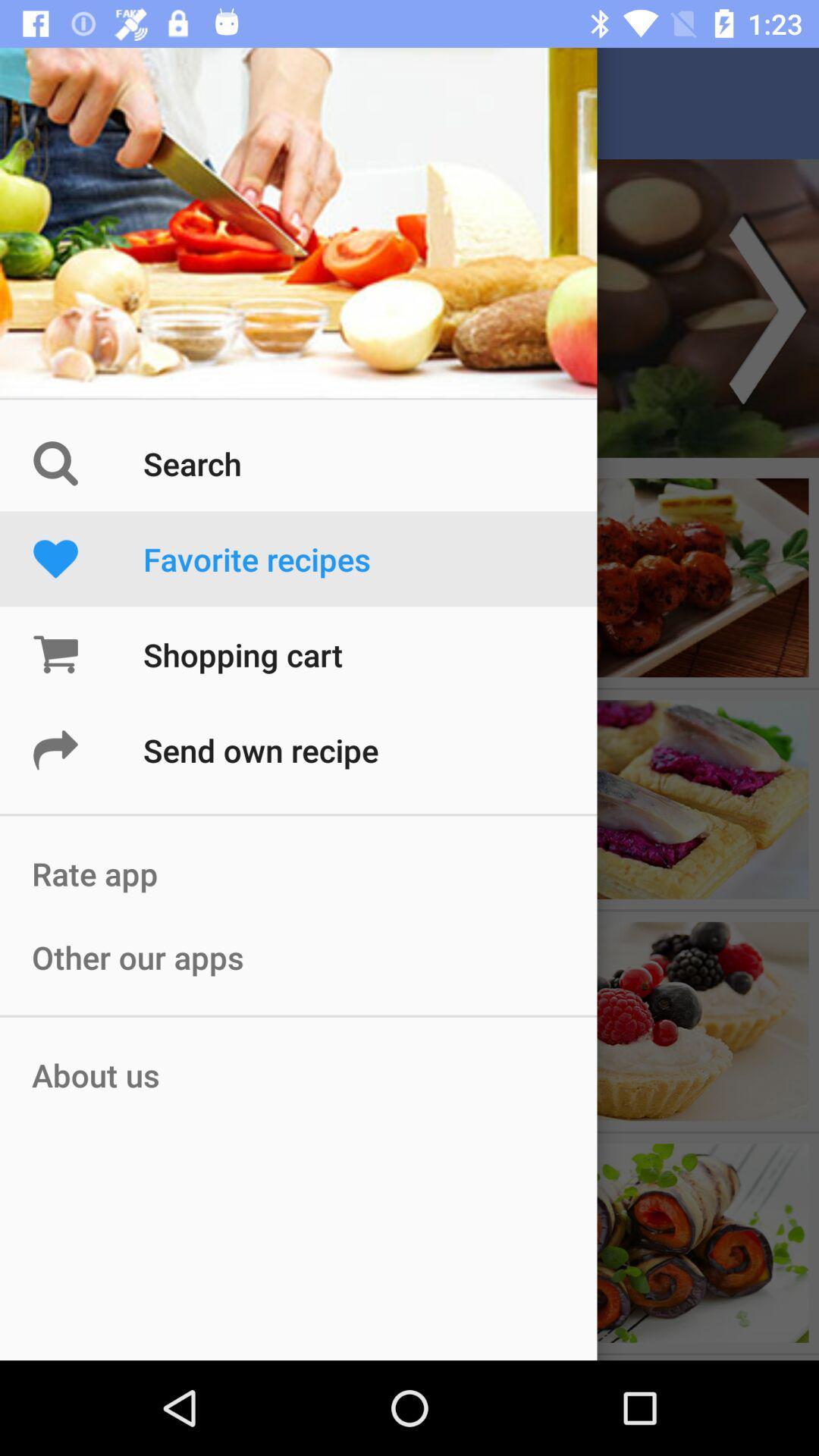 The width and height of the screenshot is (819, 1456). I want to click on the icon beside the text favorite recipes, so click(87, 558).